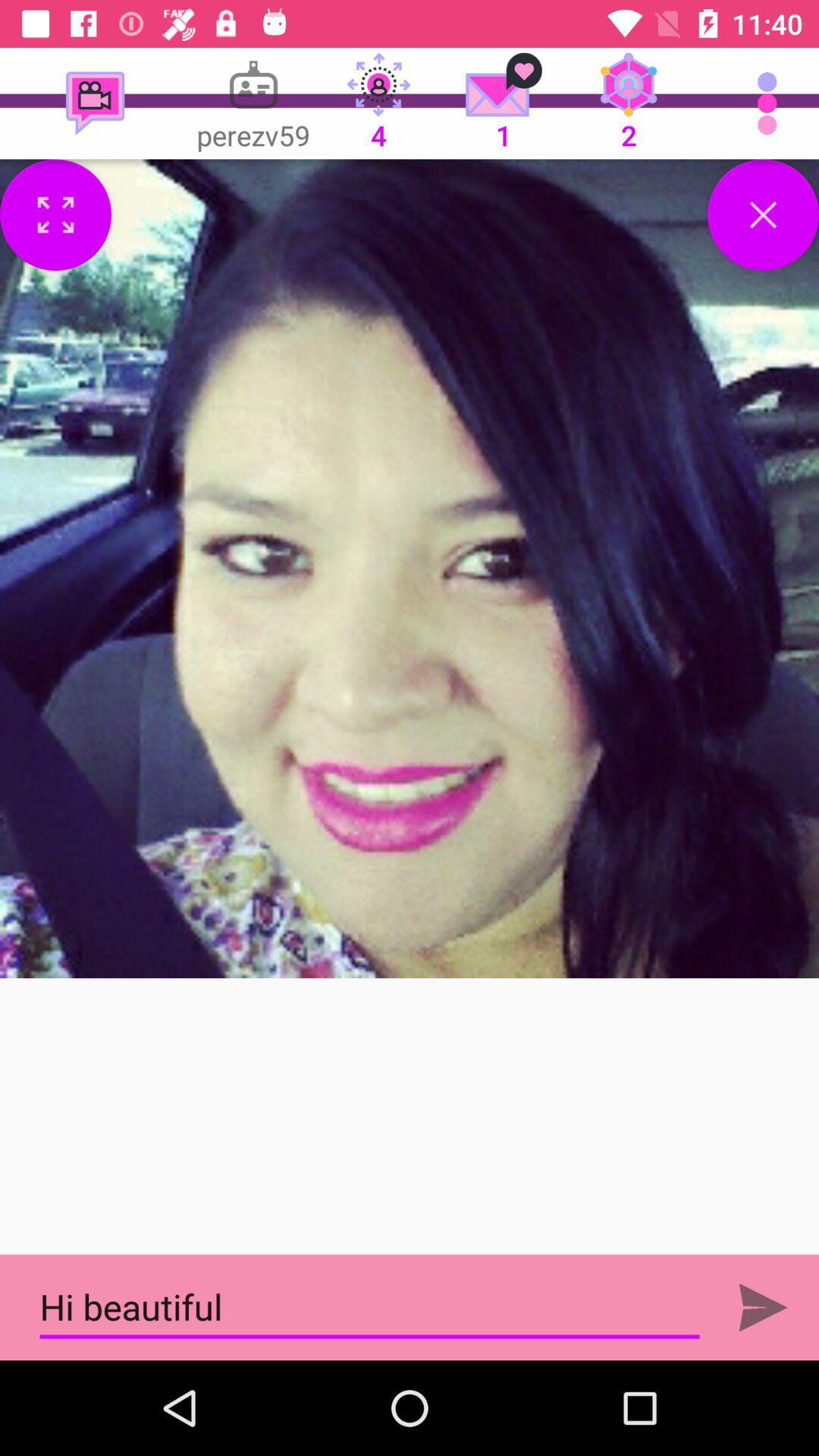  What do you see at coordinates (763, 1307) in the screenshot?
I see `the send icon` at bounding box center [763, 1307].